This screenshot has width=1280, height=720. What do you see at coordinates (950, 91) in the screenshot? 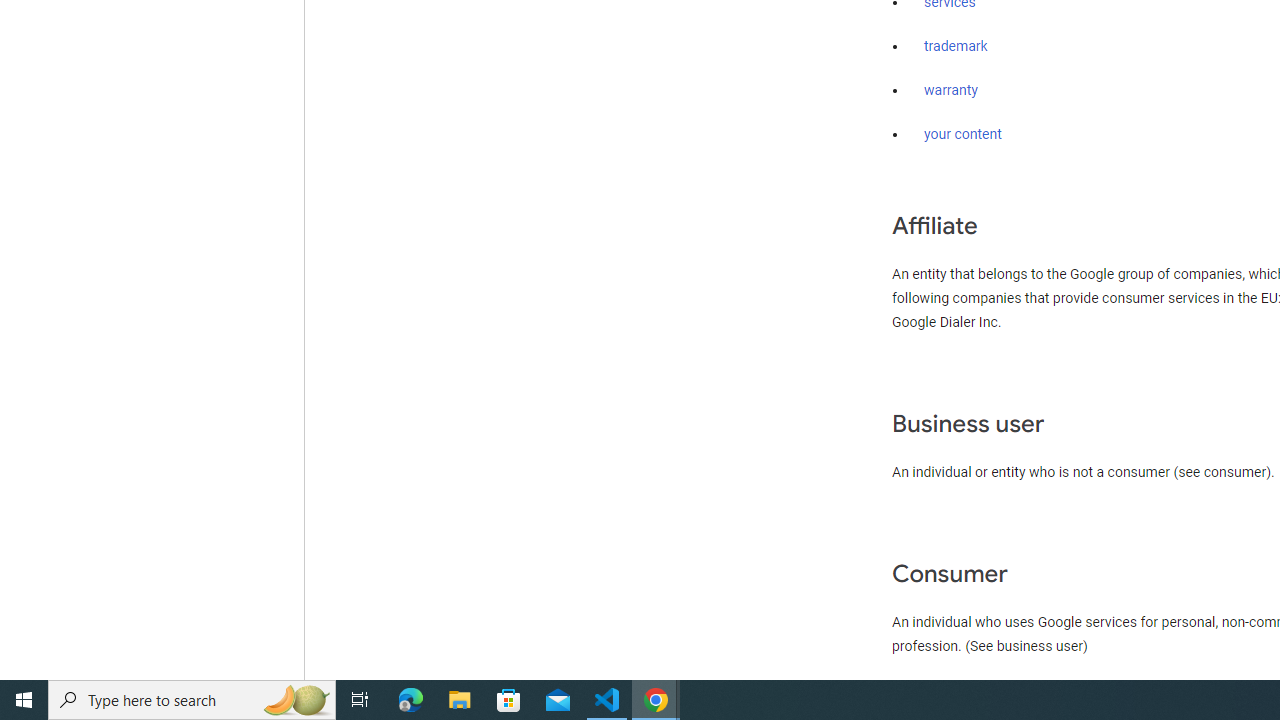
I see `'warranty'` at bounding box center [950, 91].